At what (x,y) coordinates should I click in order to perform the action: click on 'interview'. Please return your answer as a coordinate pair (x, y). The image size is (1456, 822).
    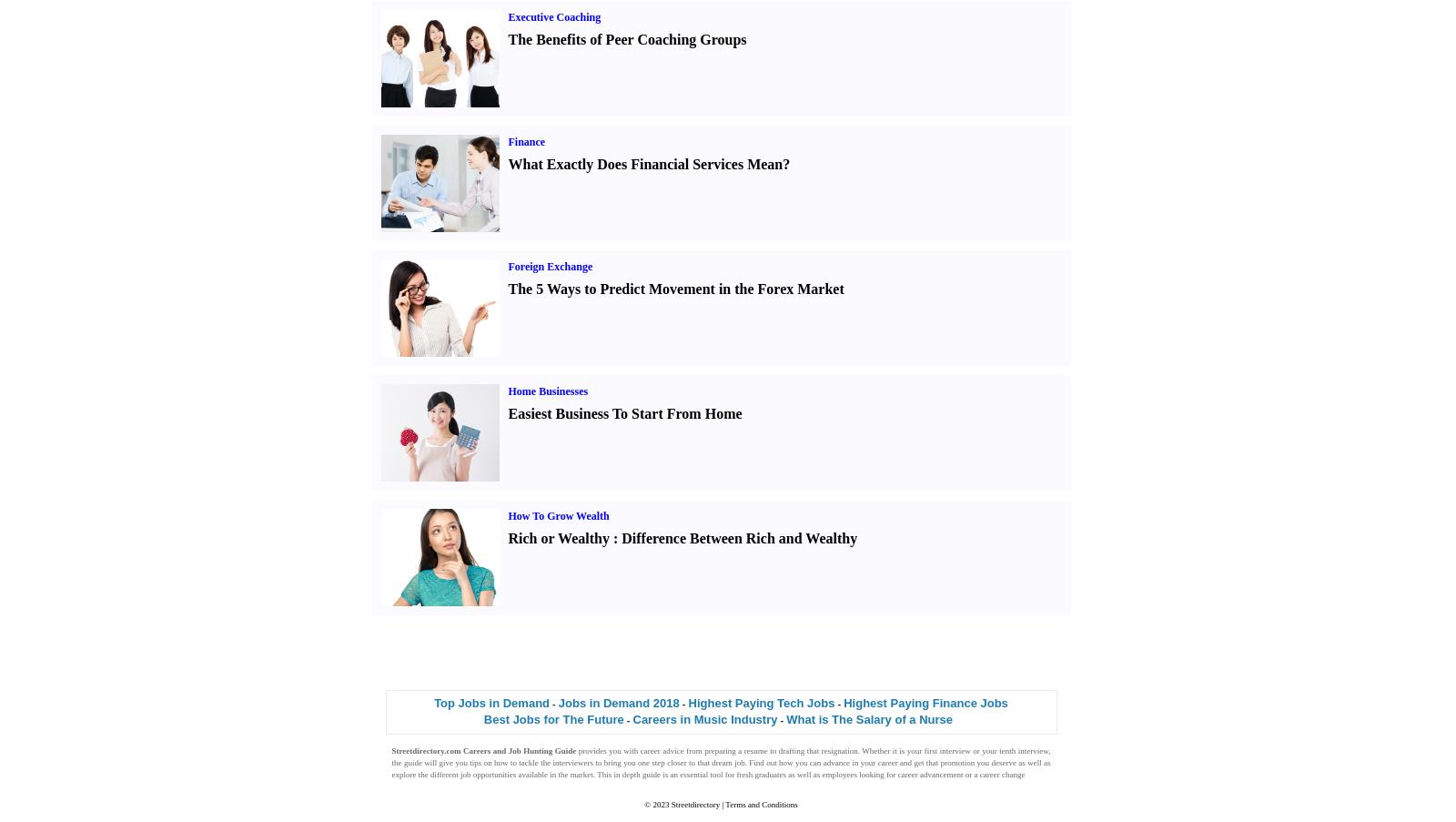
    Looking at the image, I should click on (954, 748).